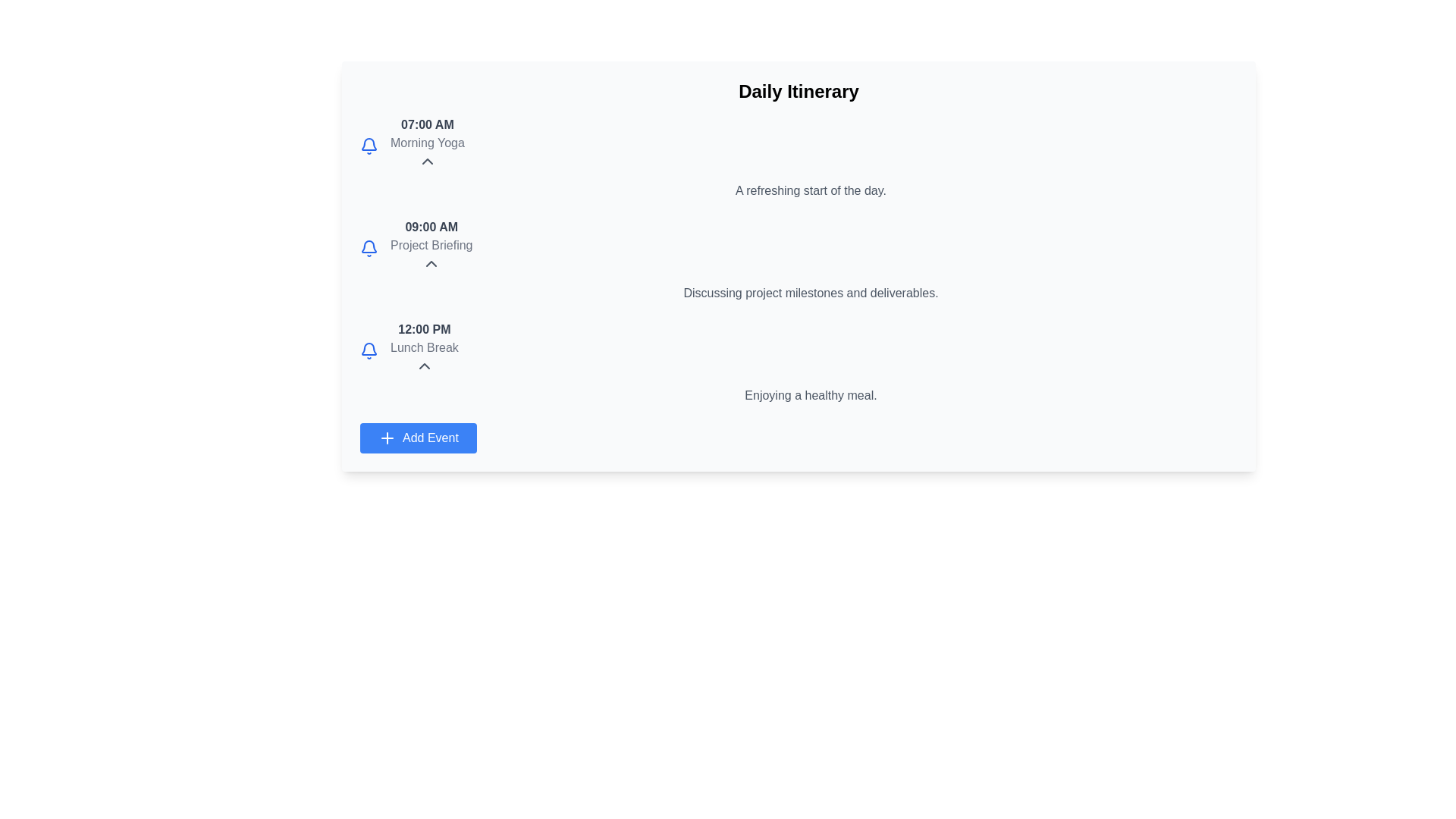  I want to click on the '+' icon located to the left of the 'Add Event' button, which is styled with a clean vector graphic design, so click(387, 438).